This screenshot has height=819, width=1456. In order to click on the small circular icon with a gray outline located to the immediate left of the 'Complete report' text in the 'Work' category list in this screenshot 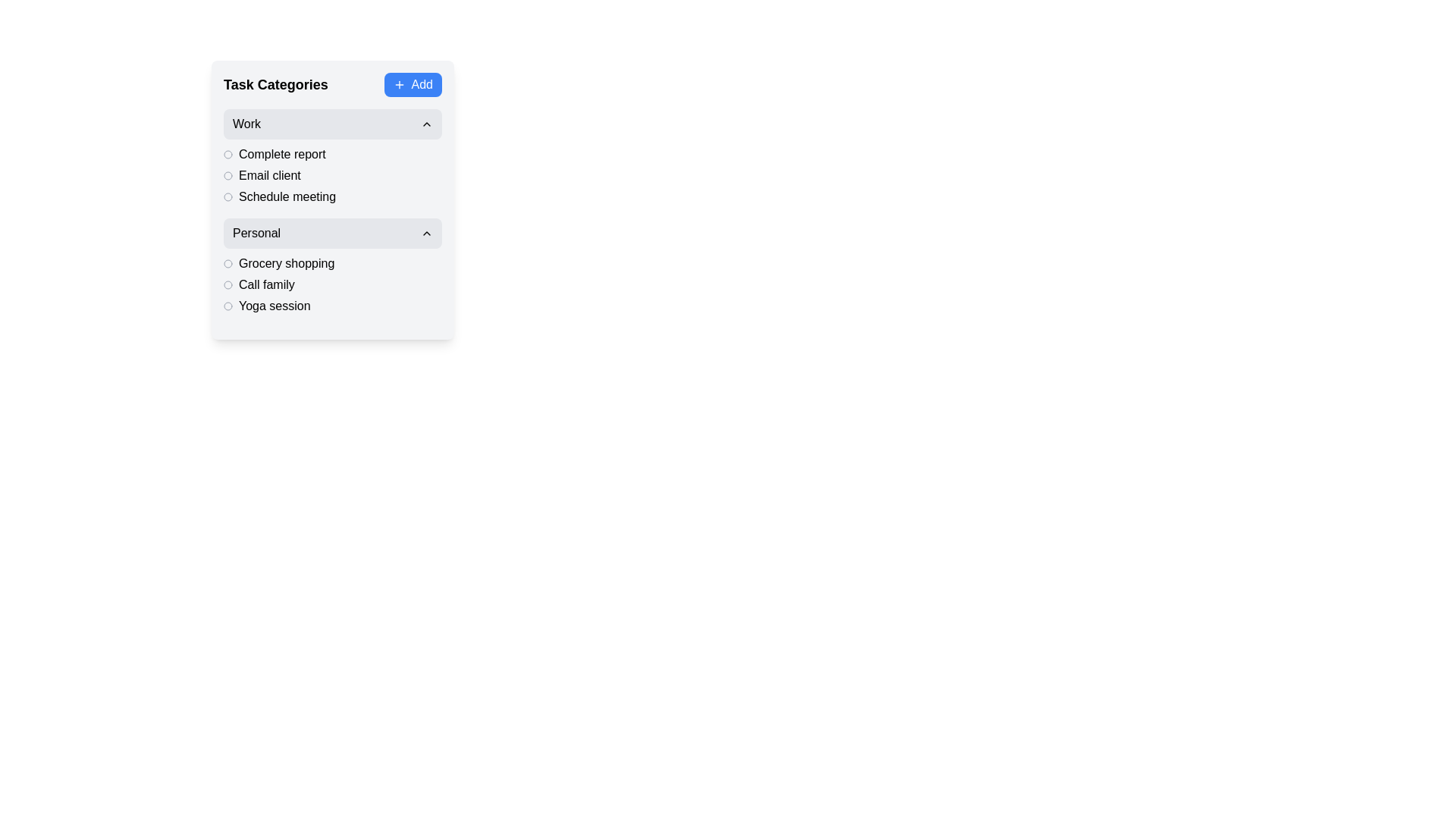, I will do `click(227, 155)`.